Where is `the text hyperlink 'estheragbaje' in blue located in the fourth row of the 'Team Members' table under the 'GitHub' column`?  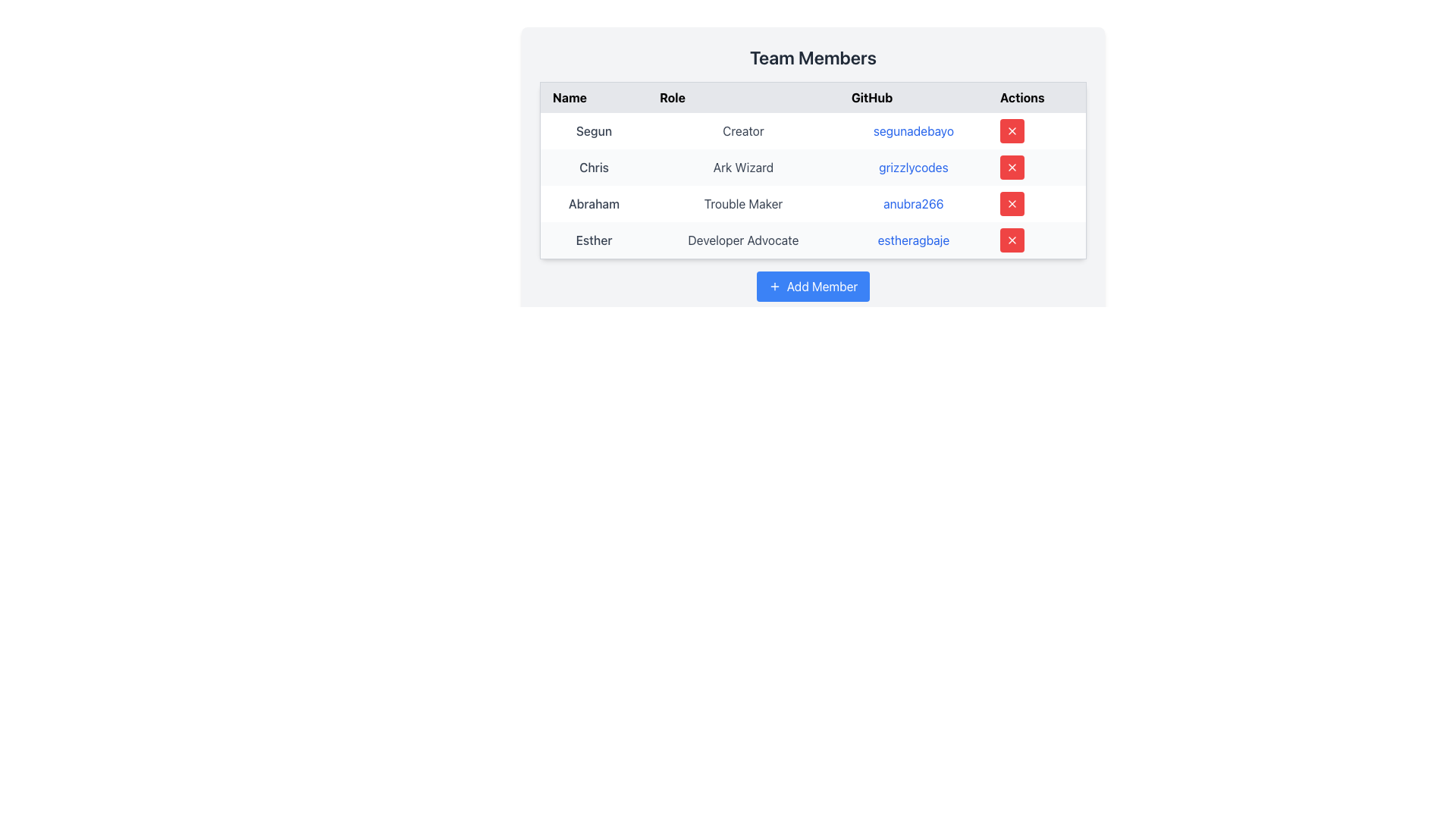 the text hyperlink 'estheragbaje' in blue located in the fourth row of the 'Team Members' table under the 'GitHub' column is located at coordinates (912, 240).